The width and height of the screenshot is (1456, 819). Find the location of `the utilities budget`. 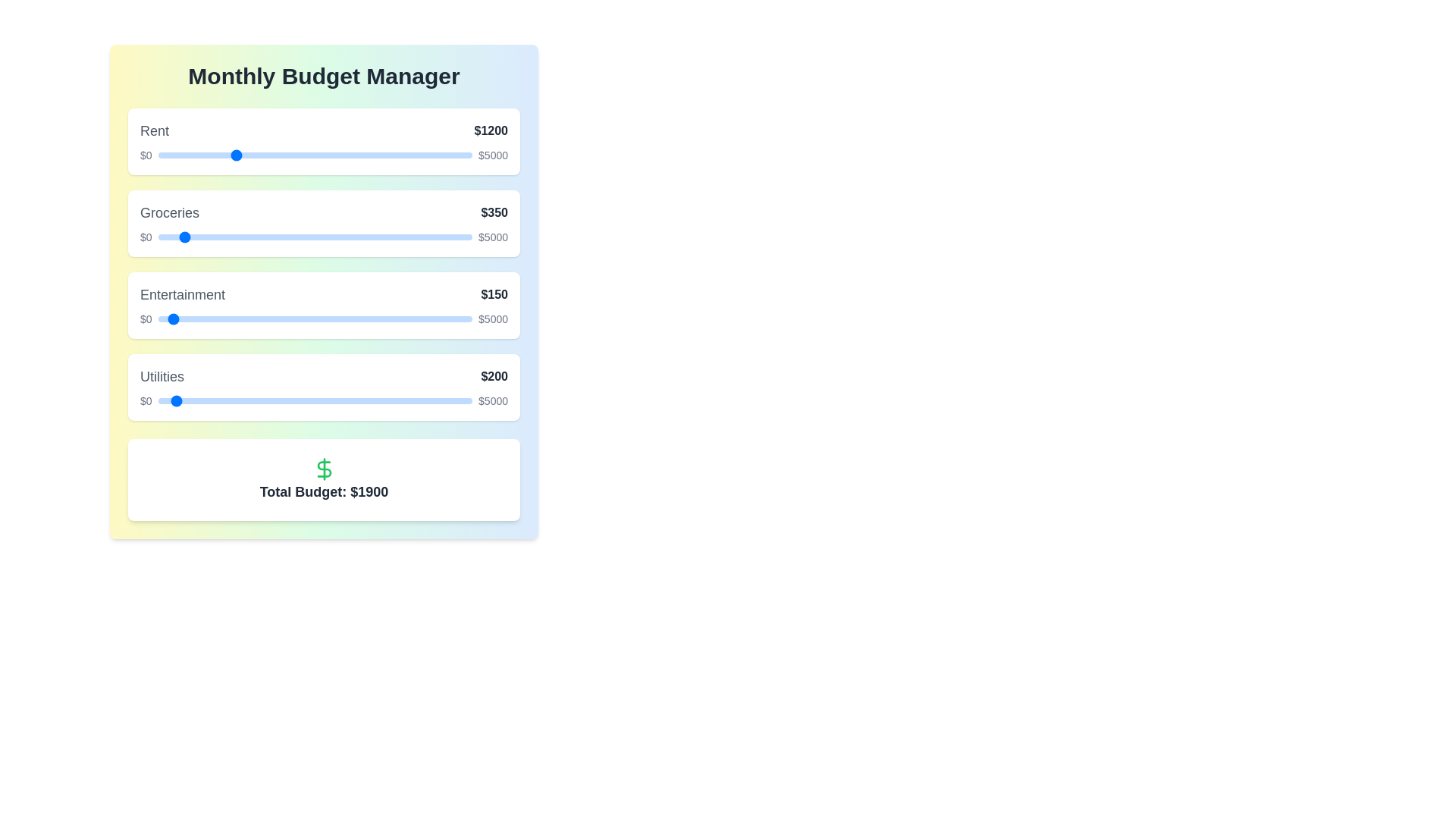

the utilities budget is located at coordinates (457, 400).